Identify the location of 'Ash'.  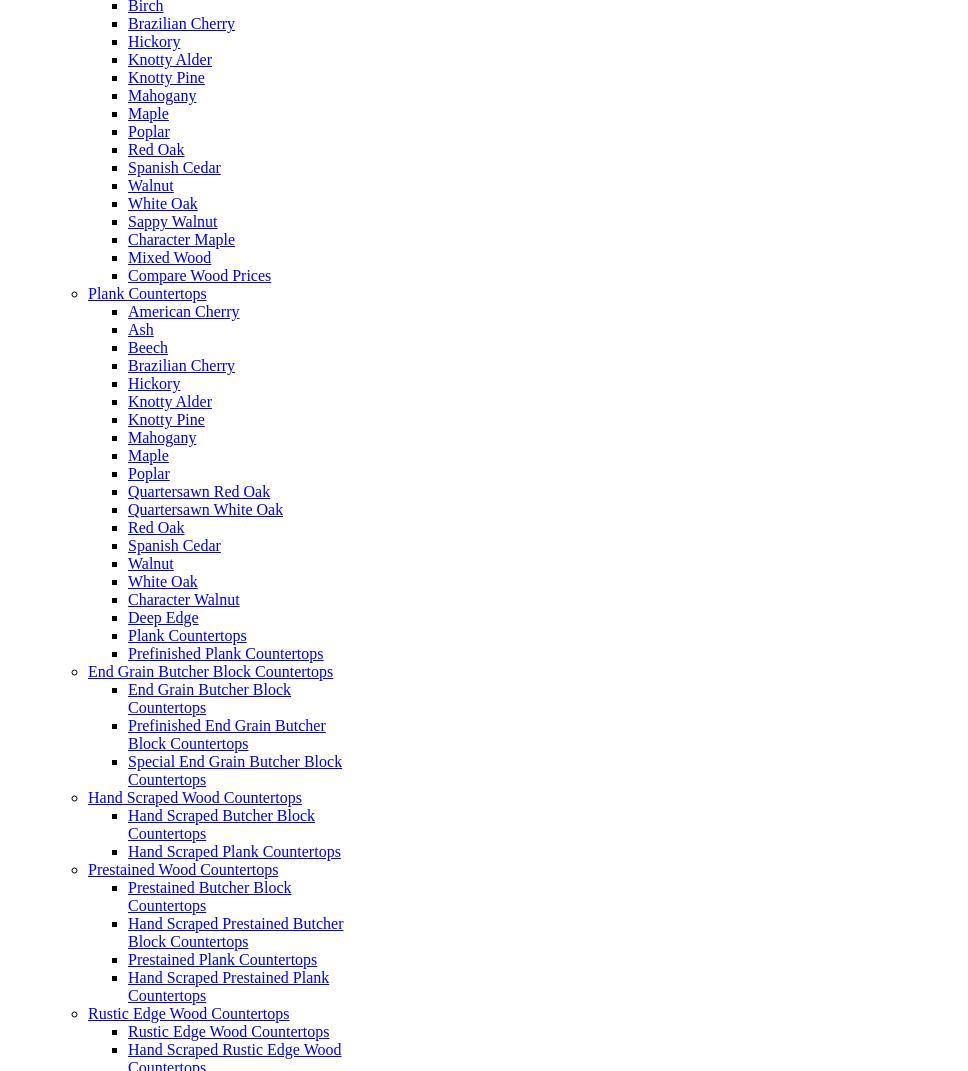
(139, 328).